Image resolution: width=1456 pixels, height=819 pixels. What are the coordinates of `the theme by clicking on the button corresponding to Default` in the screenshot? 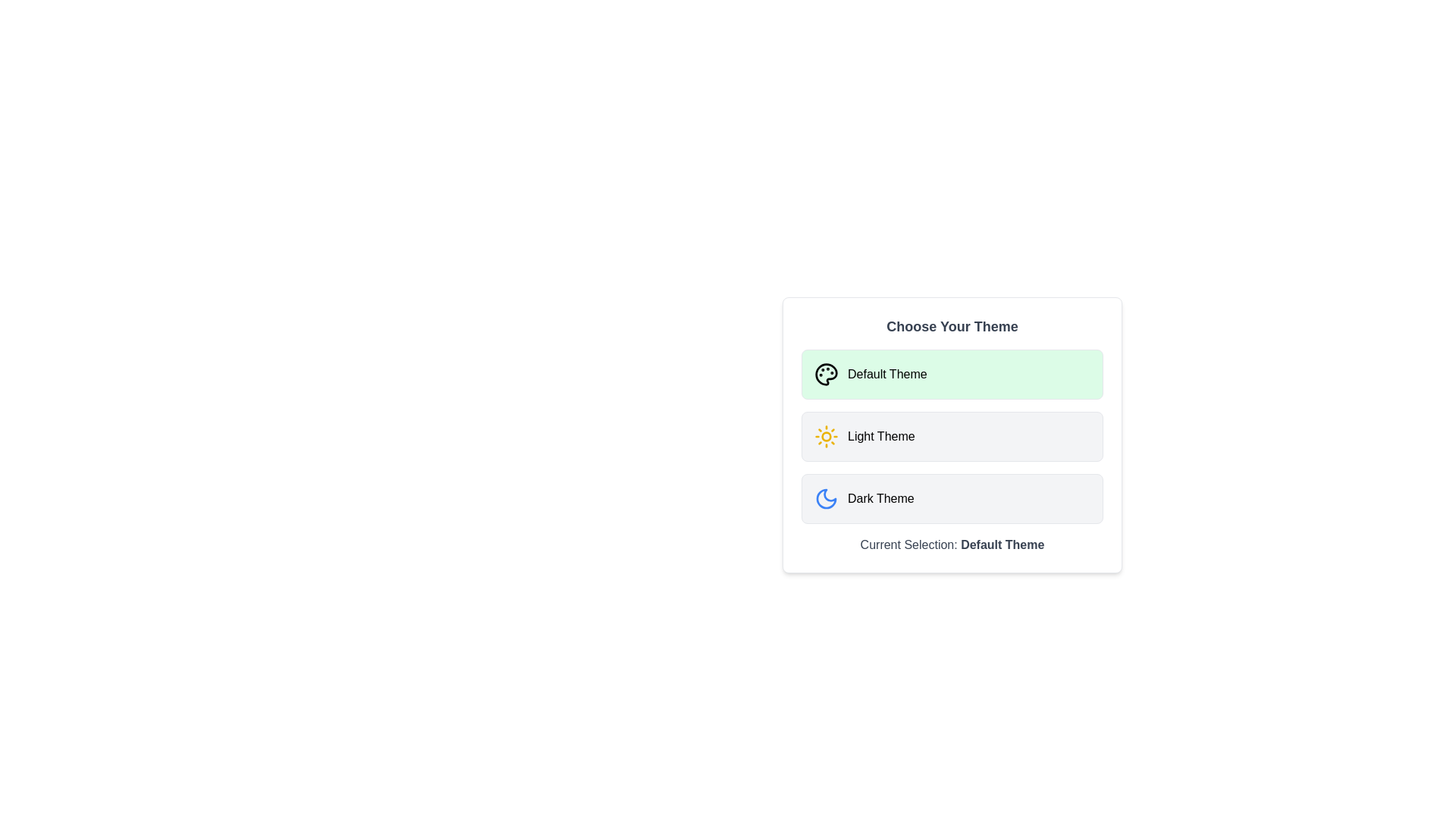 It's located at (952, 374).